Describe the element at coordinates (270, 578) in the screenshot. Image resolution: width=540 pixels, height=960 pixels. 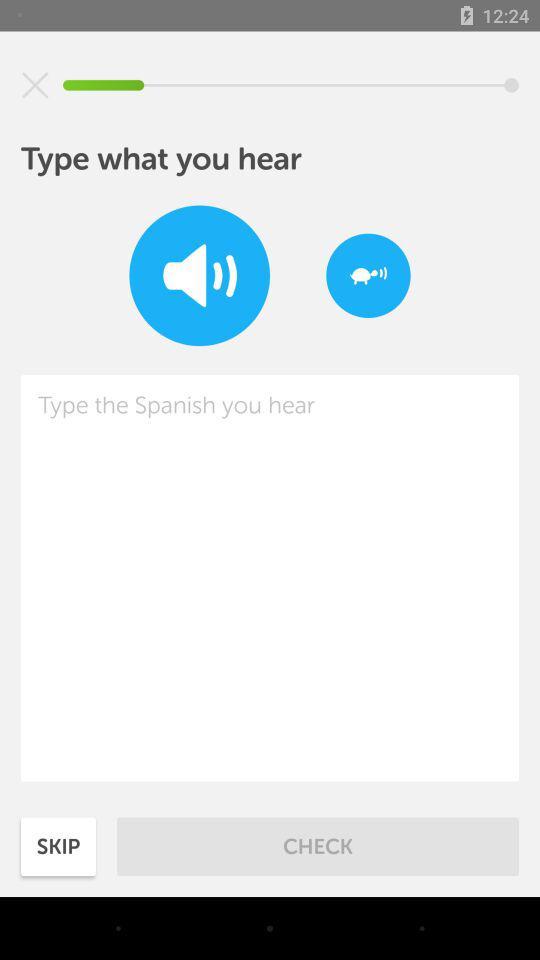
I see `area to enter asphanumeric data` at that location.